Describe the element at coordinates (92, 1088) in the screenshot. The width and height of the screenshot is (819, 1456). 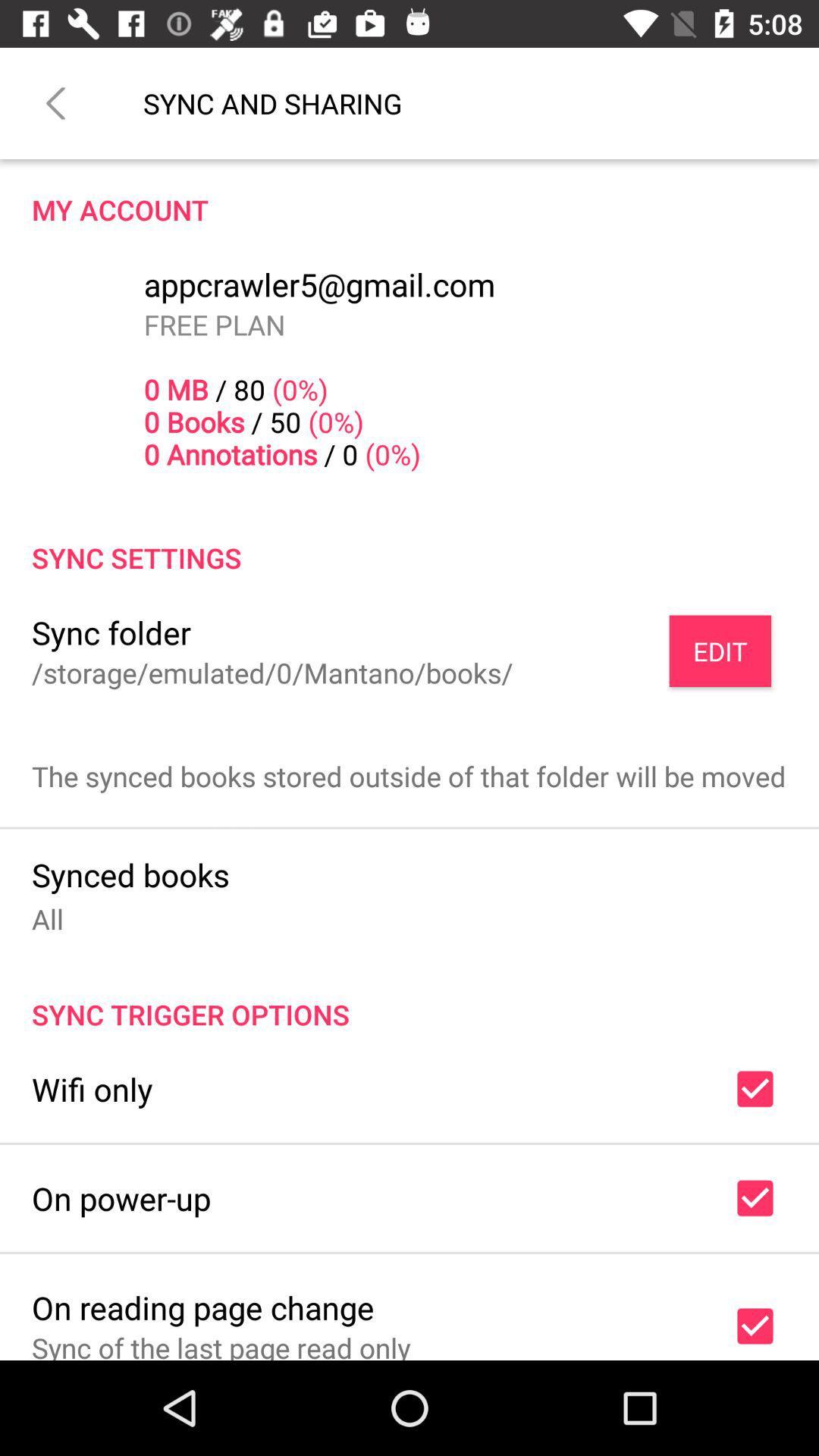
I see `the wifi only icon` at that location.